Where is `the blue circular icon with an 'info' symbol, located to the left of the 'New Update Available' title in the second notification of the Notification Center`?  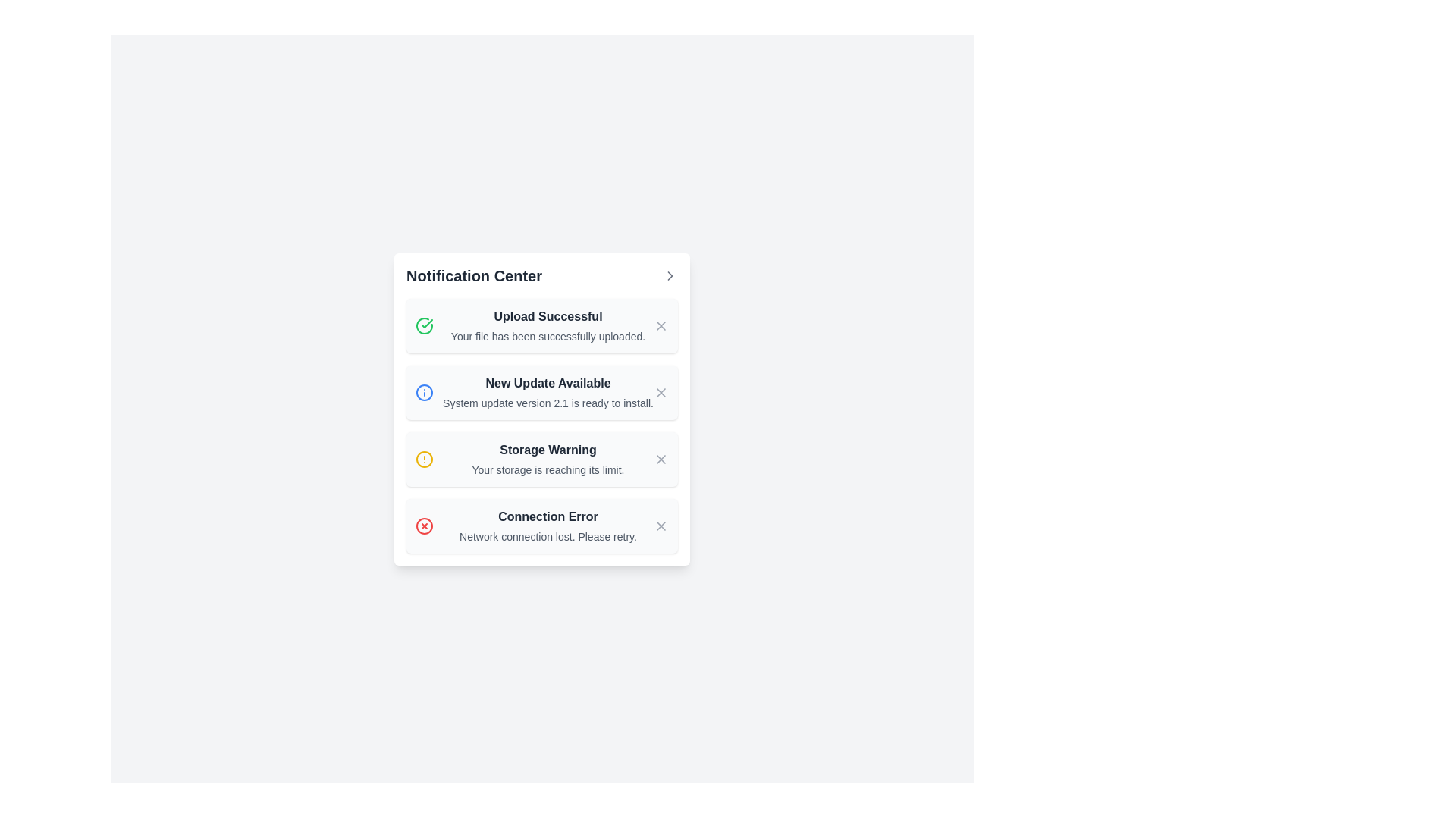 the blue circular icon with an 'info' symbol, located to the left of the 'New Update Available' title in the second notification of the Notification Center is located at coordinates (425, 391).